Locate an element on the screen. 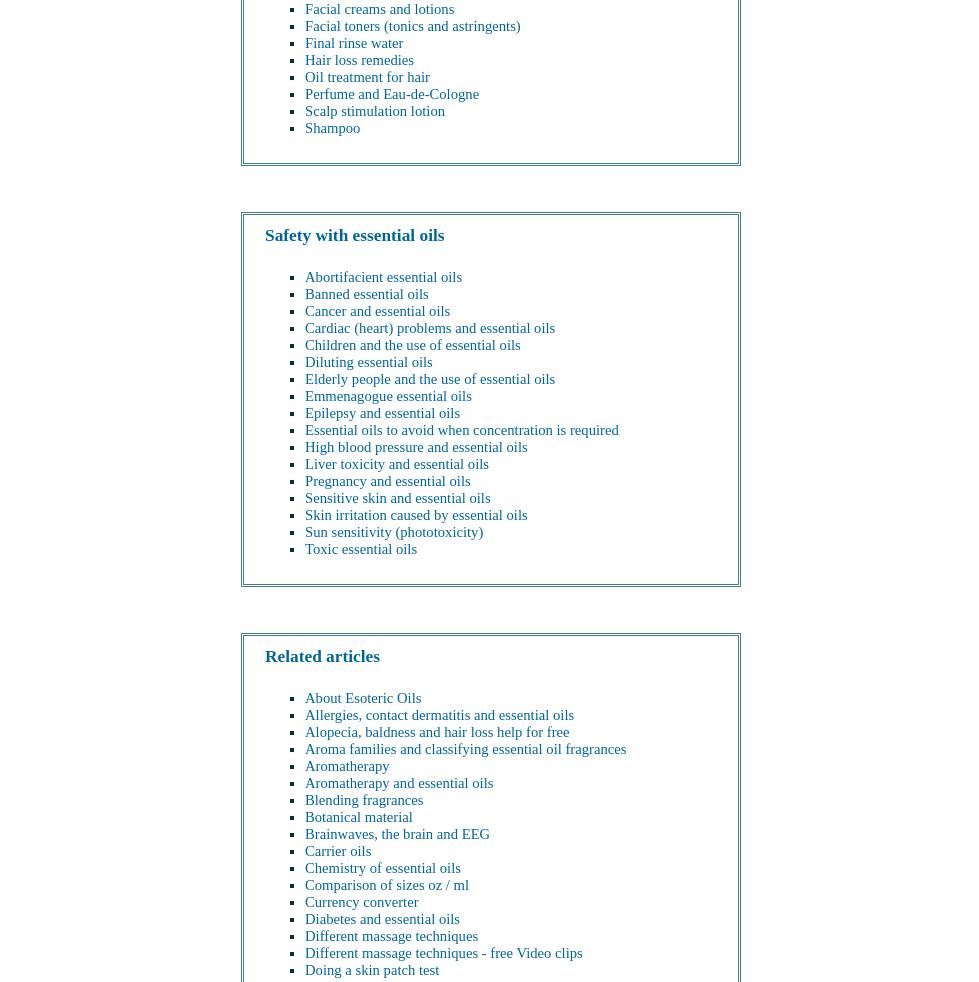 This screenshot has height=982, width=979. 'Aromatherapy' is located at coordinates (346, 765).